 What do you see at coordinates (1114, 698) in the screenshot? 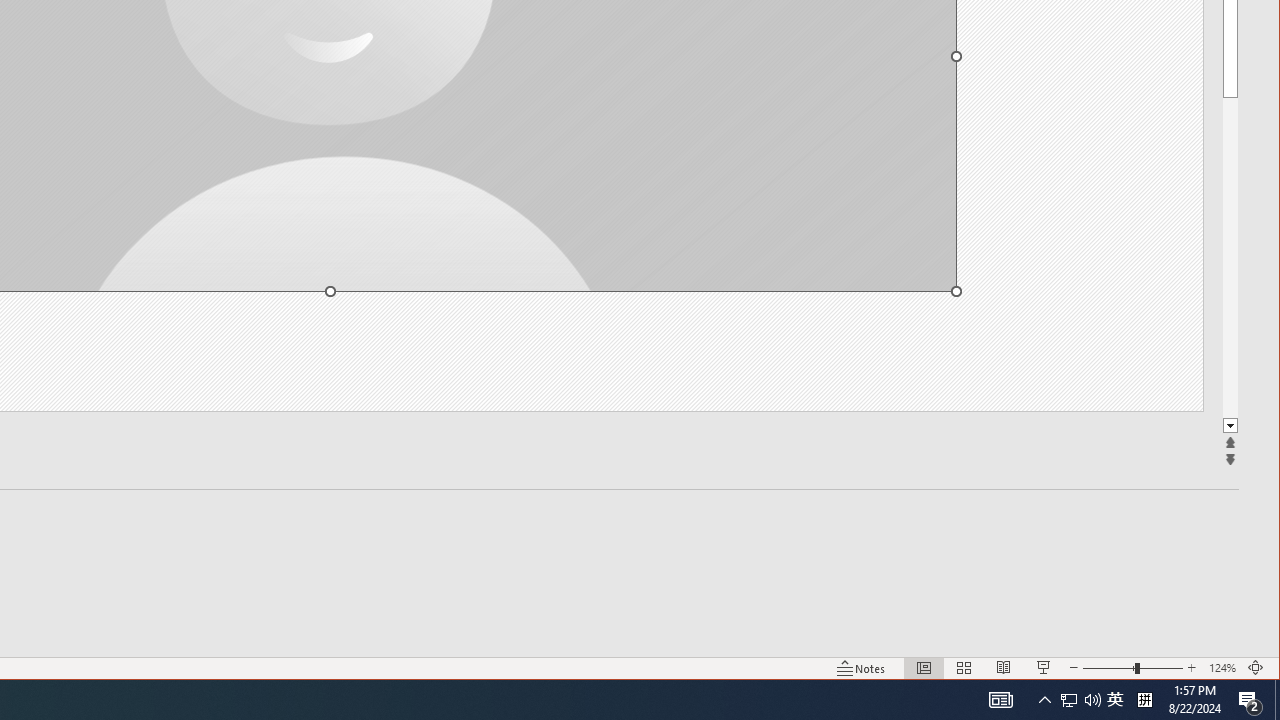
I see `'Zoom'` at bounding box center [1114, 698].